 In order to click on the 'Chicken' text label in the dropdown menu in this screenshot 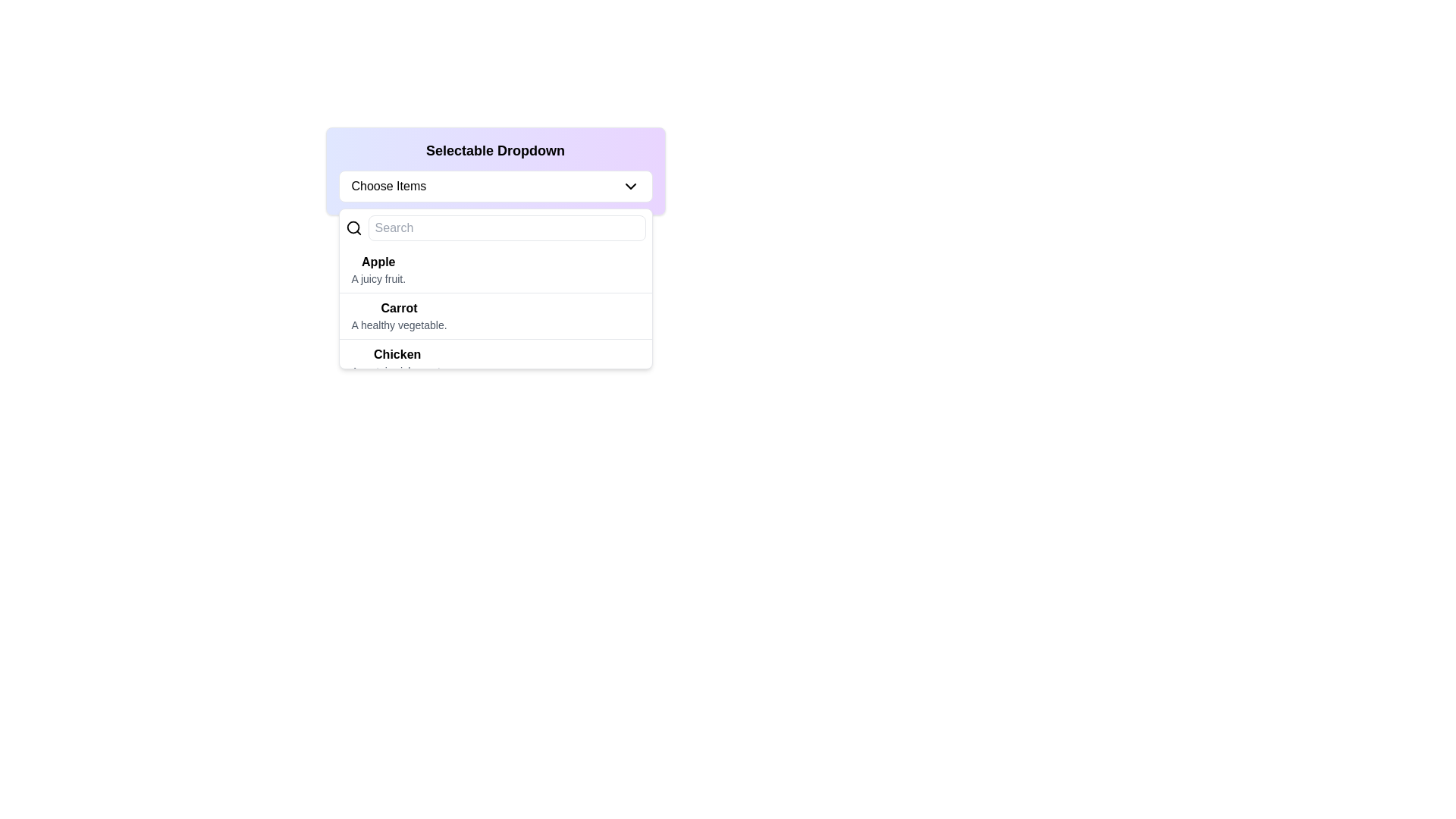, I will do `click(397, 354)`.